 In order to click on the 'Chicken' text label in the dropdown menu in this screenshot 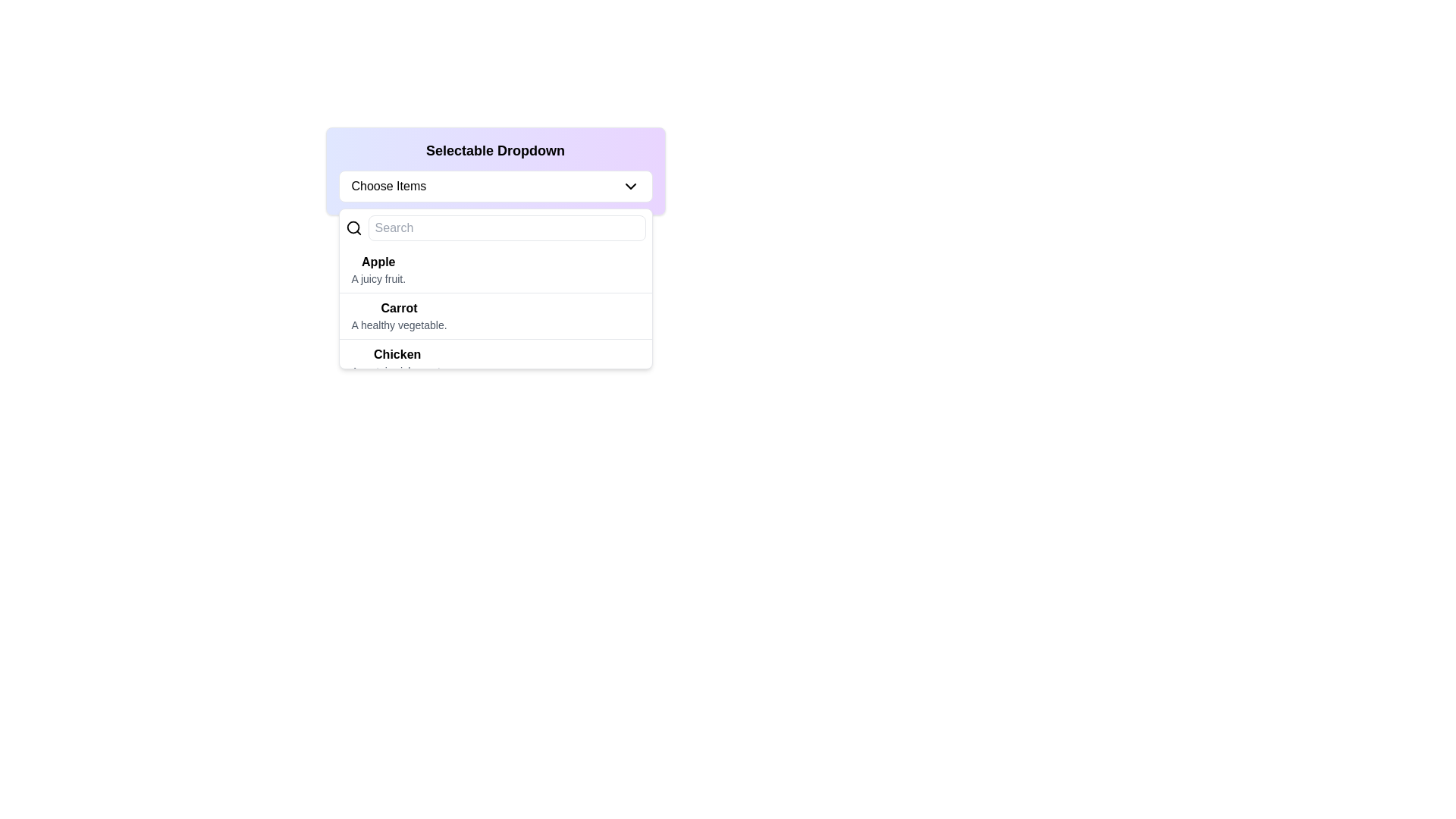, I will do `click(397, 354)`.